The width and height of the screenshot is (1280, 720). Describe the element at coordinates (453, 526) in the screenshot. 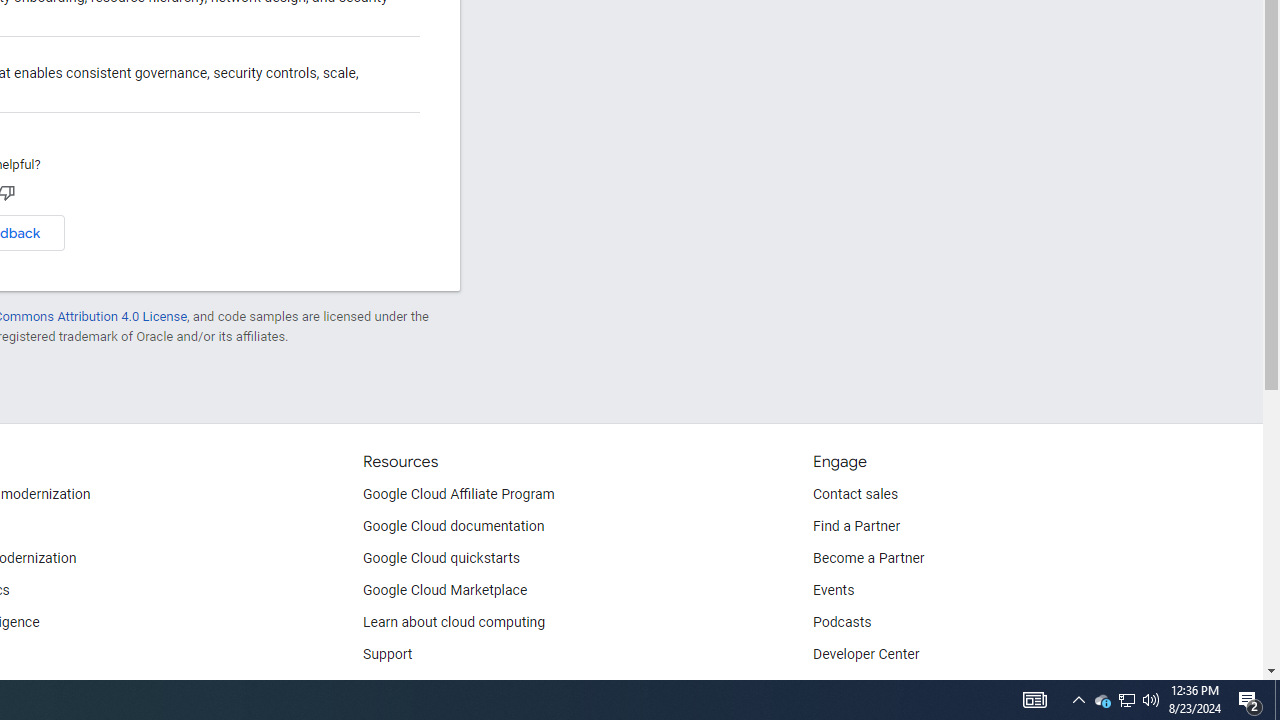

I see `'Google Cloud documentation'` at that location.